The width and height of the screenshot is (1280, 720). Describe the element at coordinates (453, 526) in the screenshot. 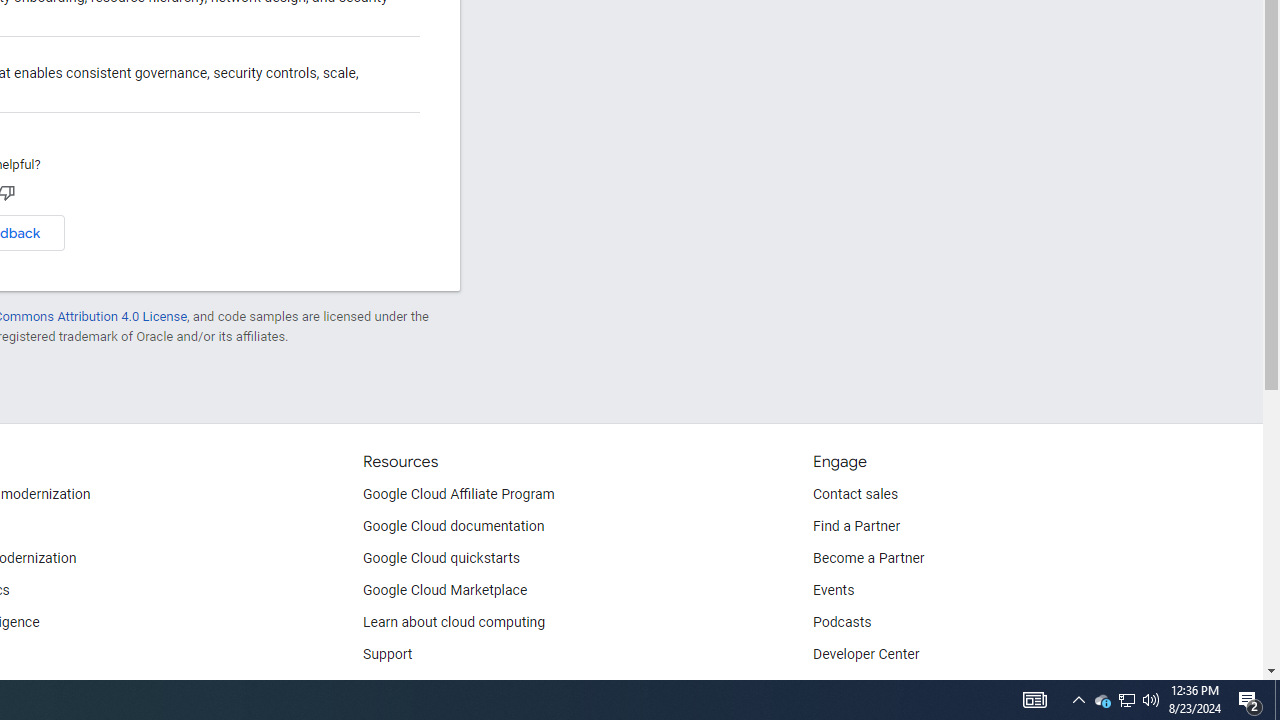

I see `'Google Cloud documentation'` at that location.